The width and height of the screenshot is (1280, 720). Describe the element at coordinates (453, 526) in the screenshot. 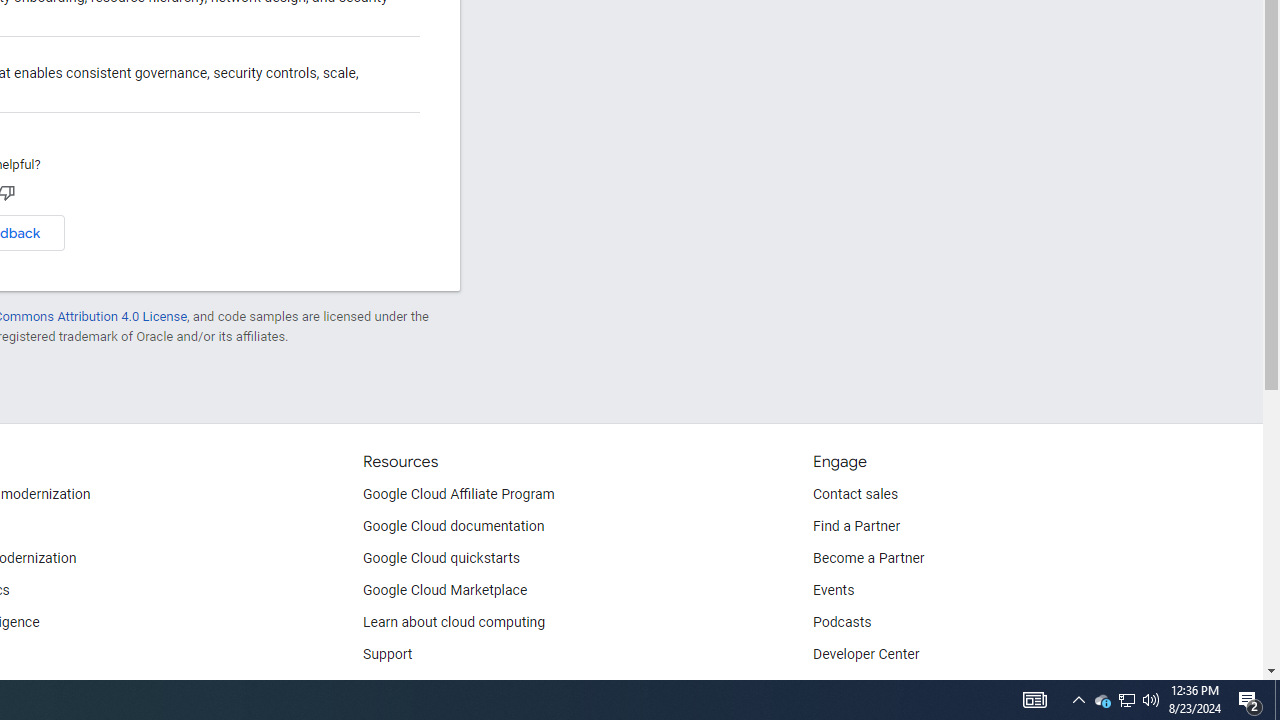

I see `'Google Cloud documentation'` at that location.